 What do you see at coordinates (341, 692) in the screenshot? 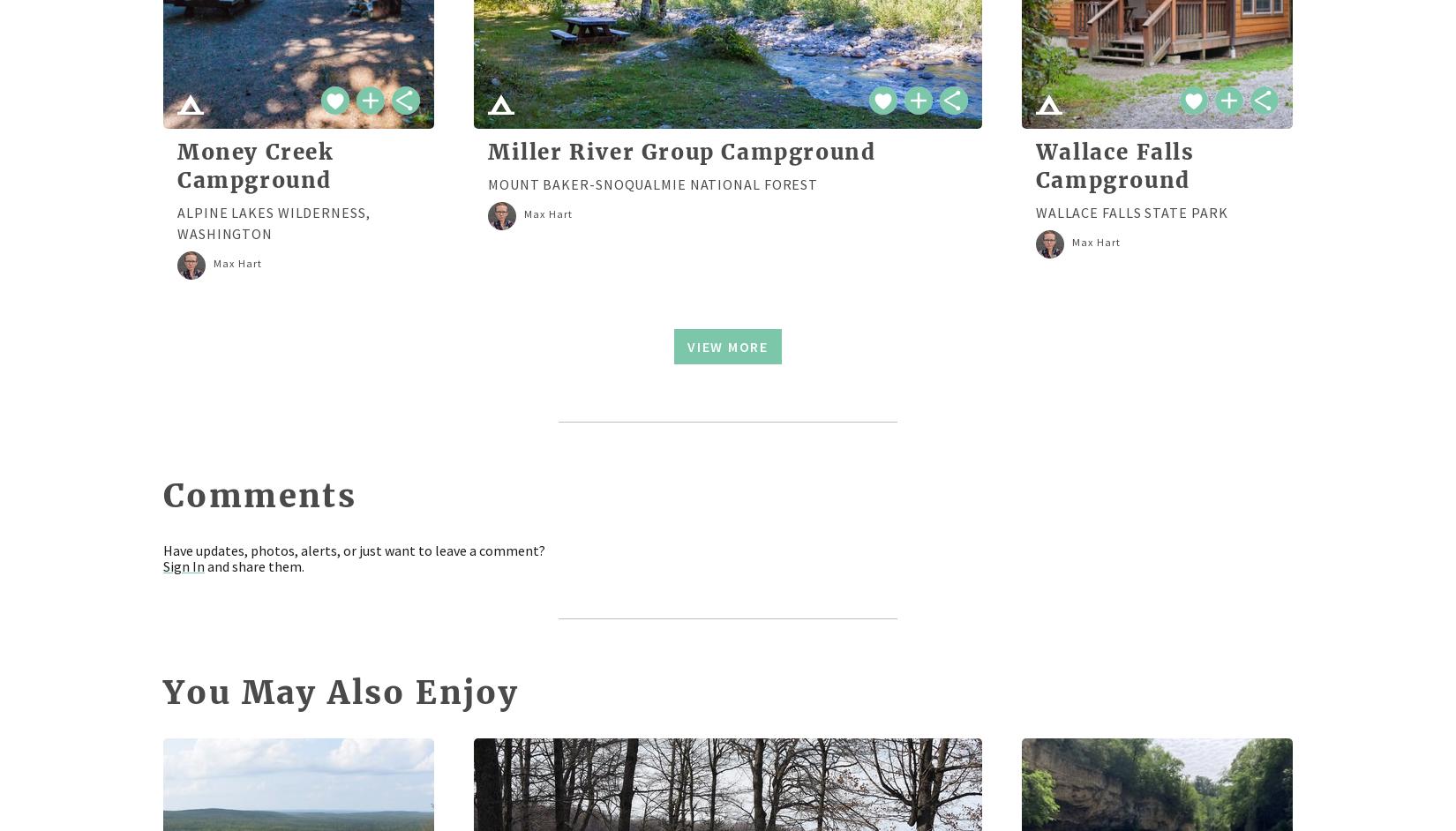
I see `'You May Also Enjoy'` at bounding box center [341, 692].